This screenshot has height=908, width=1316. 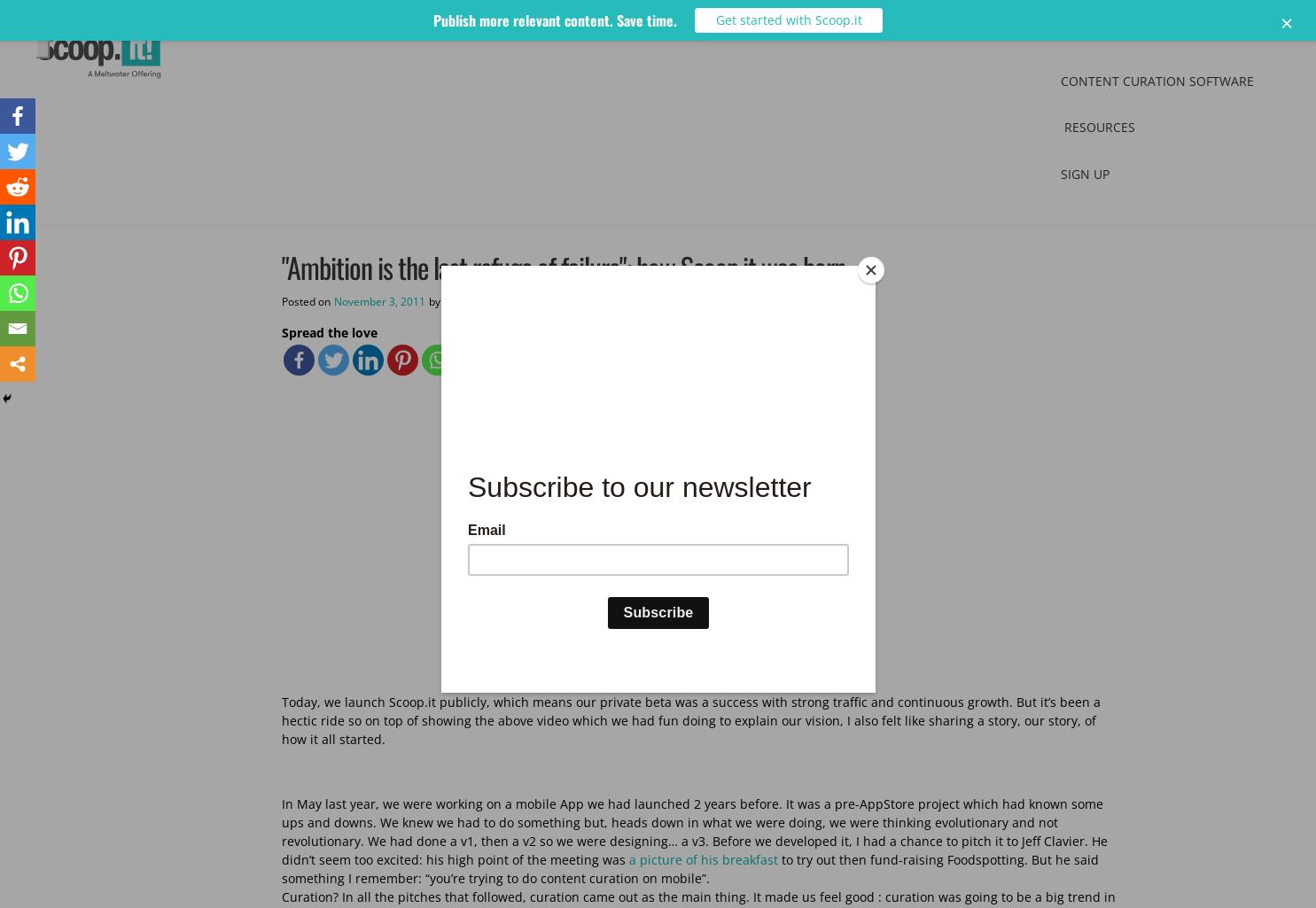 What do you see at coordinates (694, 832) in the screenshot?
I see `'In May last year, we were working on a mobile App we had launched 2 years before. It was a pre-AppStore project which had known some ups and downs. We knew we had to do something but, heads down in what we were doing, we were thinking evolutionary and not revolutionary. We had done a v1, then a v2 so we were designing… a v3. Before we developed it, I had a chance to pitch it to Jeff Clavier. He didn’t seem too excited: his high point of the meeting was'` at bounding box center [694, 832].